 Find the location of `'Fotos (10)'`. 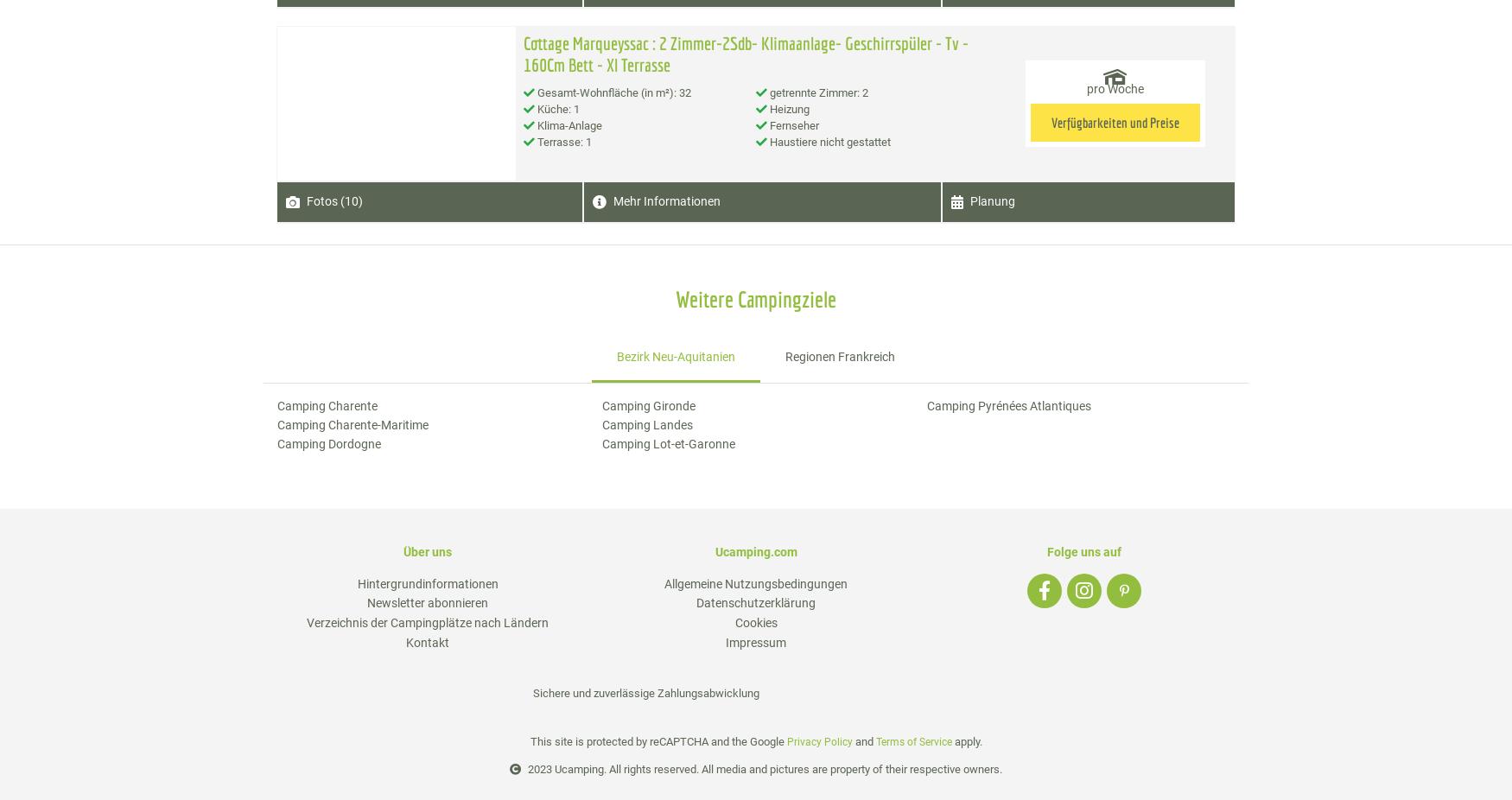

'Fotos (10)' is located at coordinates (307, 201).